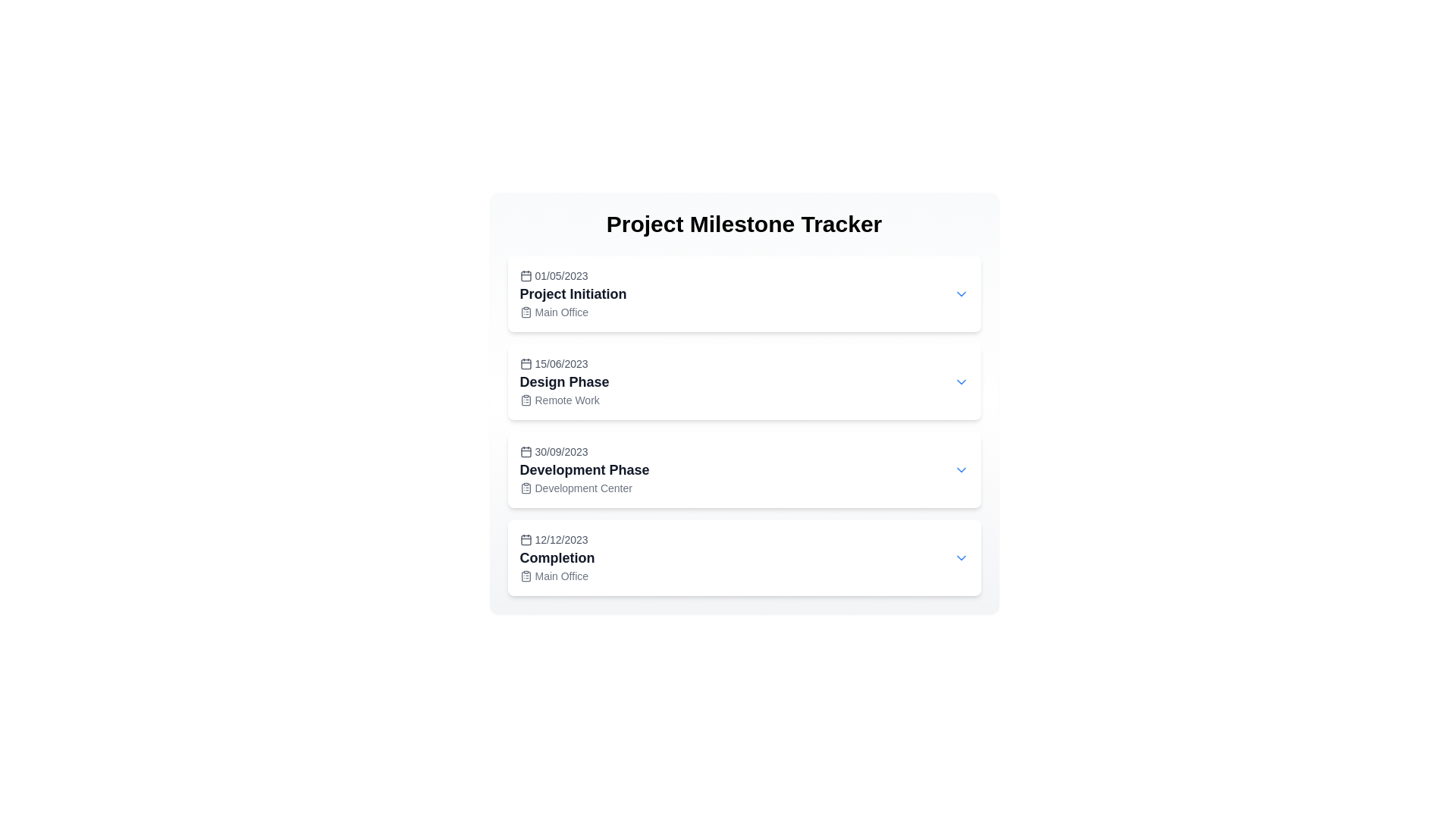  What do you see at coordinates (960, 294) in the screenshot?
I see `the Icon button located at the top-right corner of the 'Project Initiation' milestone card` at bounding box center [960, 294].